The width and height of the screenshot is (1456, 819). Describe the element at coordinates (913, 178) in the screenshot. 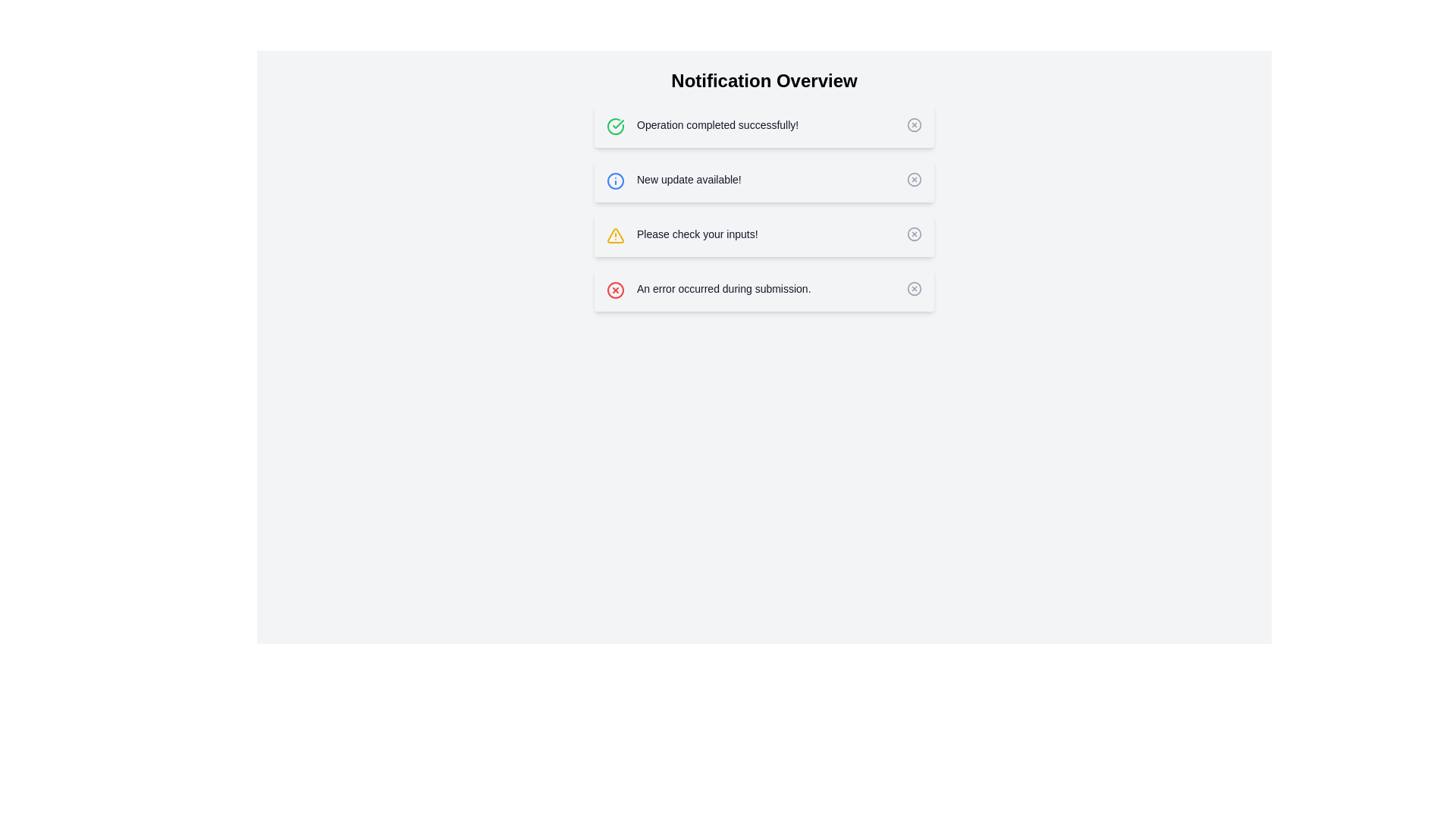

I see `the second circular button with an 'X' icon located in the top-right area of the notification card labeled 'New update available!'` at that location.